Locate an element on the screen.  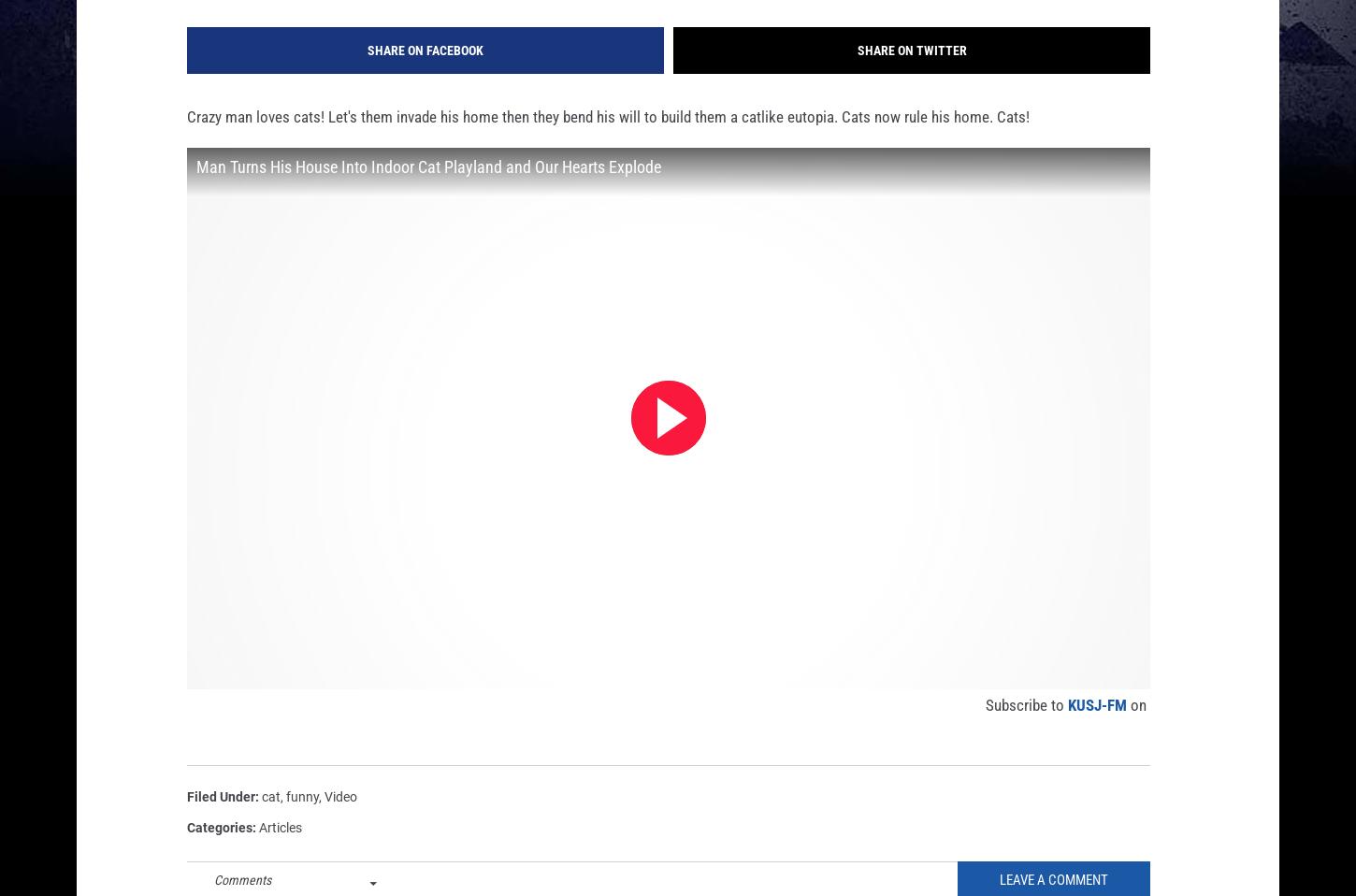
'Man Turns His House Into Indoor Cat Playland and Our Hearts Explode' is located at coordinates (427, 195).